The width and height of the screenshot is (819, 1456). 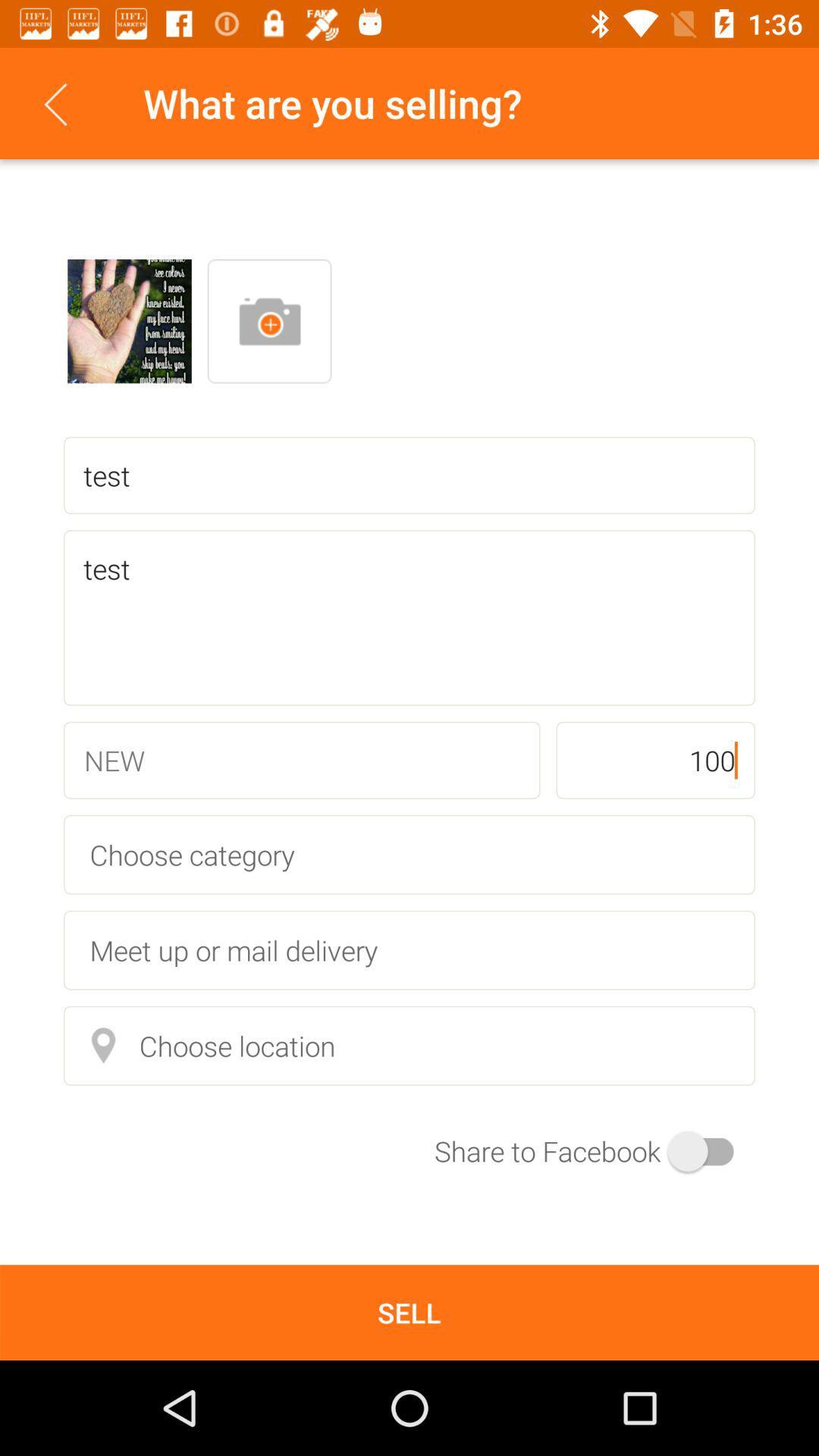 What do you see at coordinates (654, 760) in the screenshot?
I see `icon next to    new item` at bounding box center [654, 760].